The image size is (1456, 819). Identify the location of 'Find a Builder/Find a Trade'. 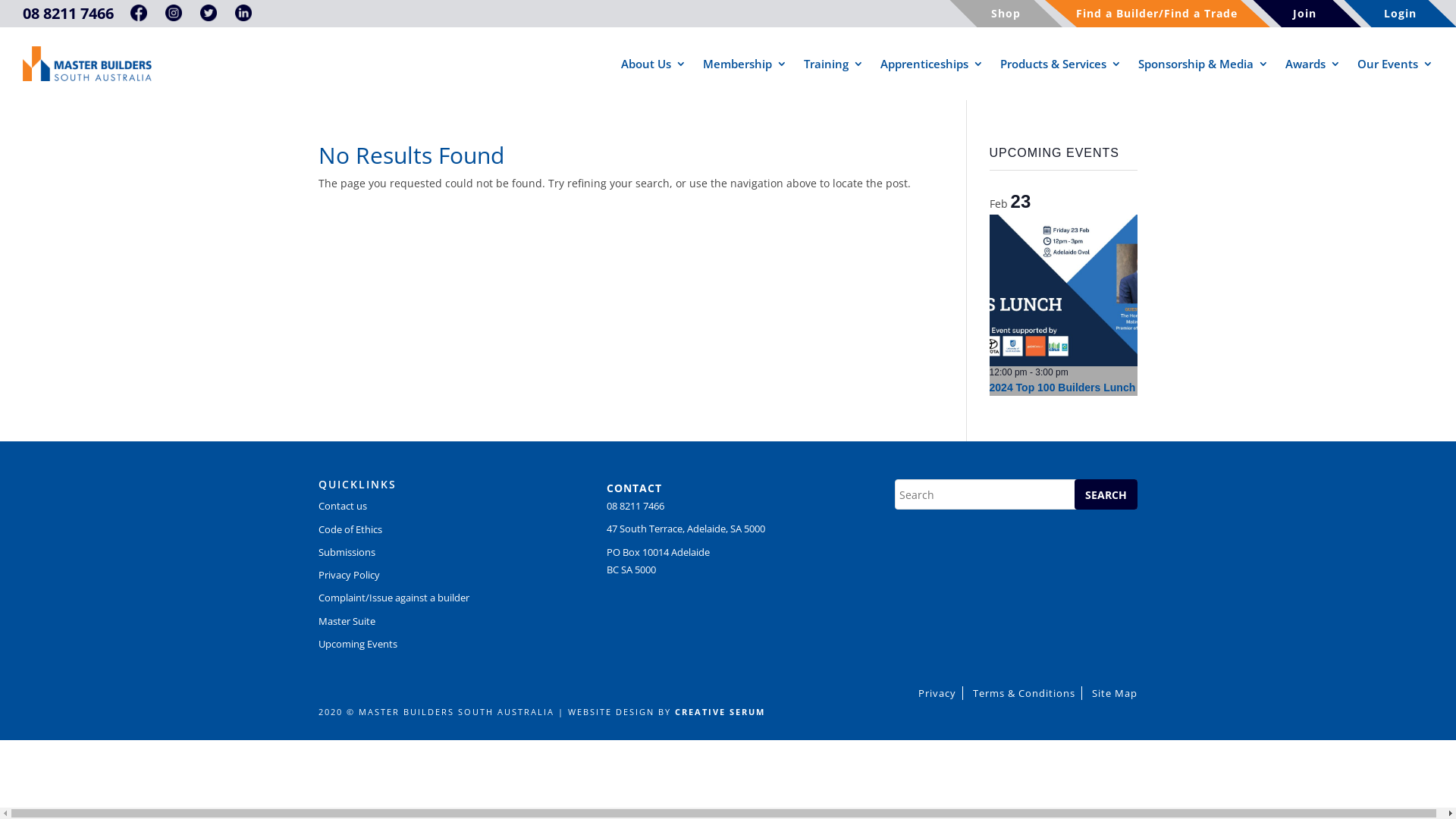
(1156, 14).